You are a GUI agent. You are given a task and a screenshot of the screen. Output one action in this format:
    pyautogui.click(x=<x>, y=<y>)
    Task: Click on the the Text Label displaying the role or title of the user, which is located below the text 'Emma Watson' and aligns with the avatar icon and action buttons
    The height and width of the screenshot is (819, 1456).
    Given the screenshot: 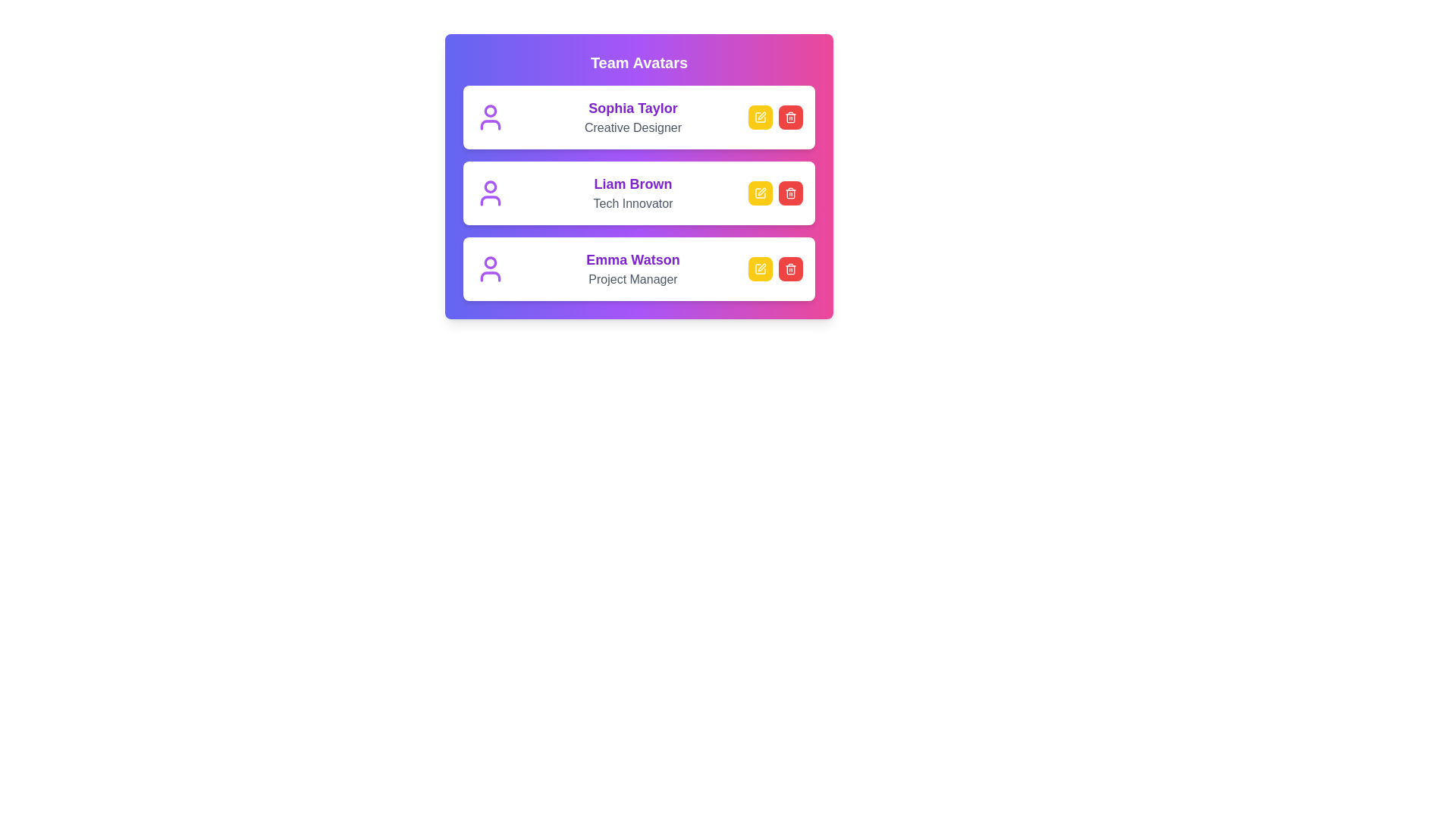 What is the action you would take?
    pyautogui.click(x=633, y=280)
    